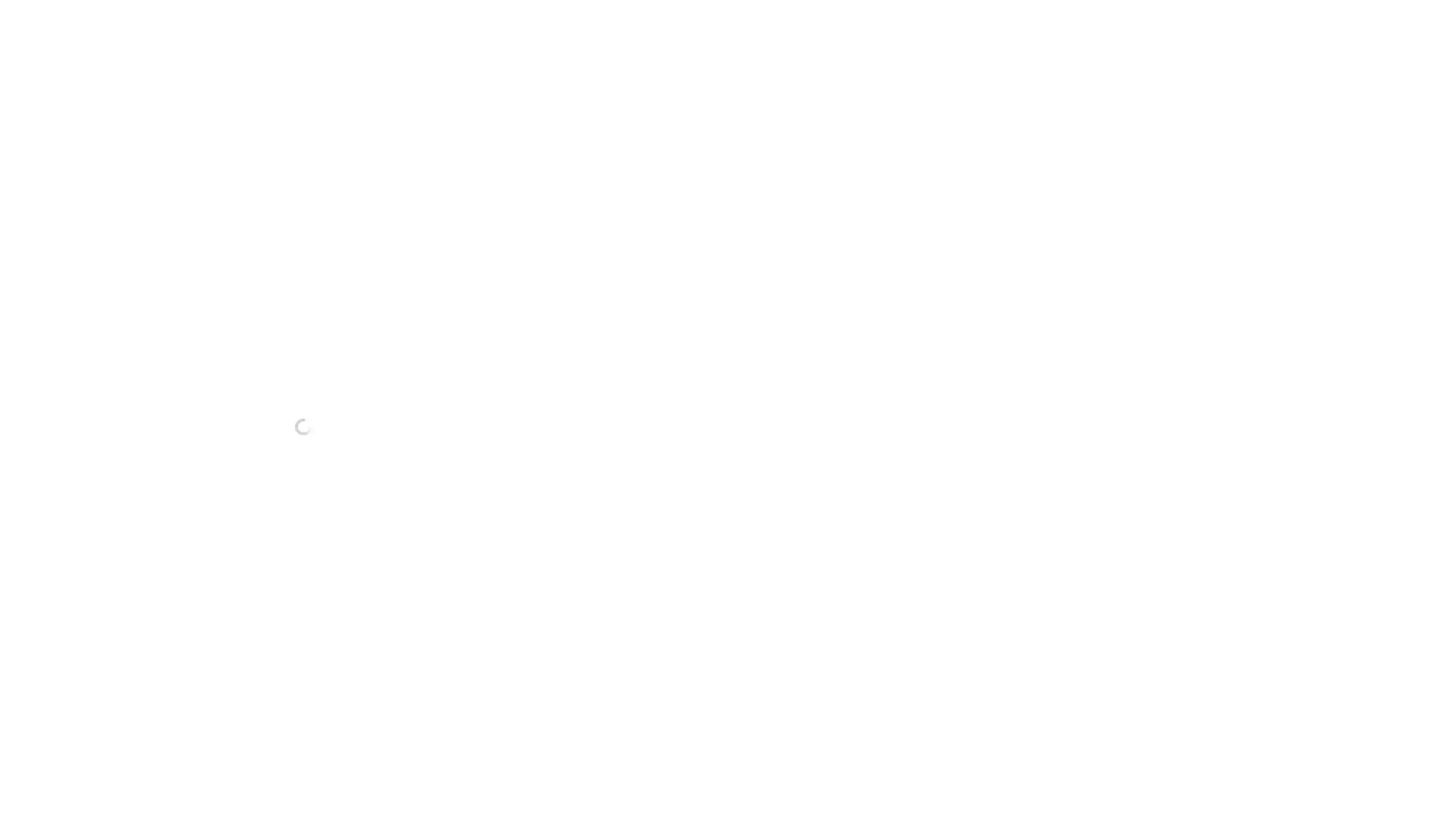 This screenshot has height=819, width=1456. What do you see at coordinates (728, 300) in the screenshot?
I see `Step 3: Issue Founder & Advisor Equity` at bounding box center [728, 300].